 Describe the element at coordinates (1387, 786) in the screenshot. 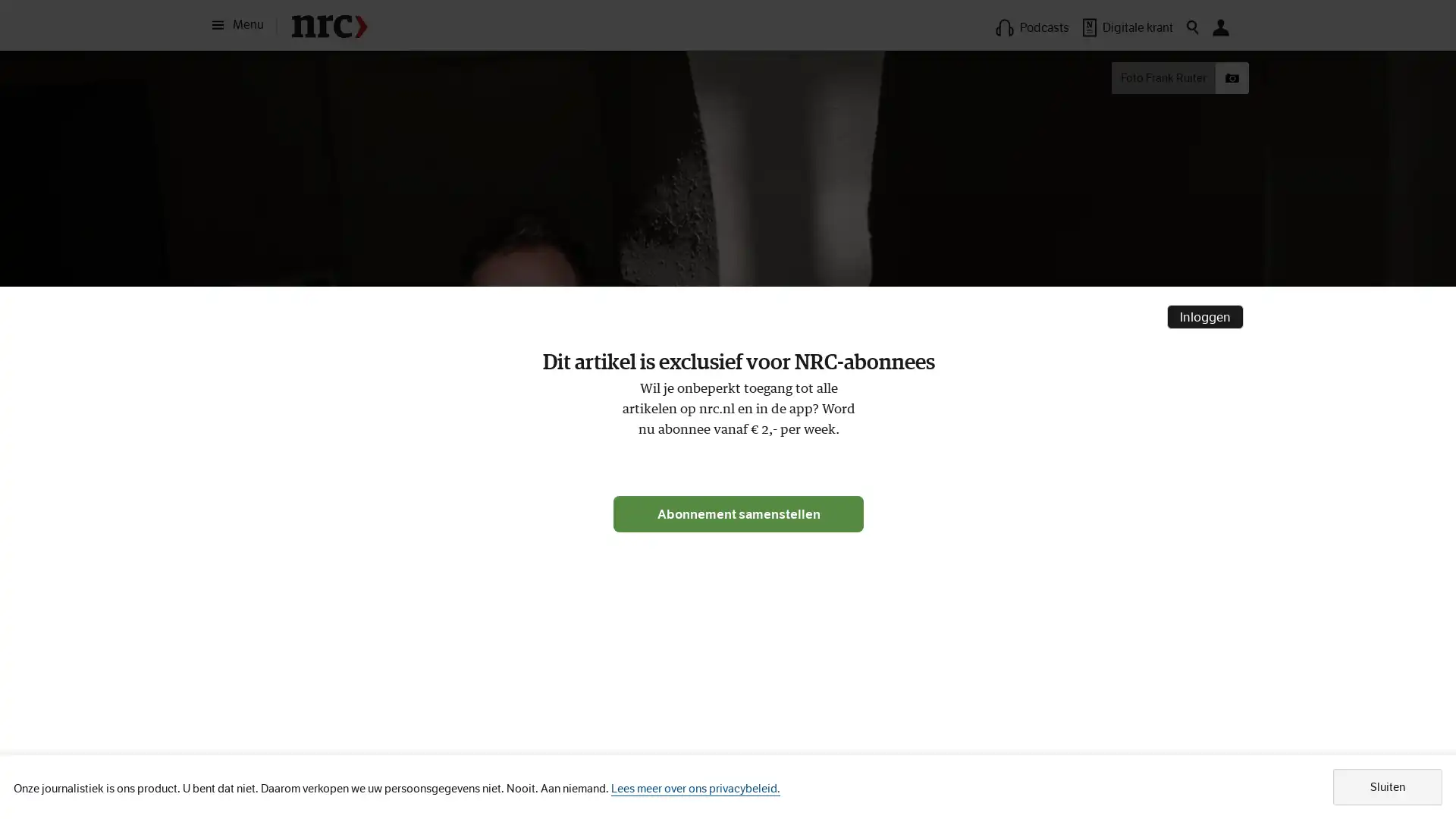

I see `Sluiten` at that location.